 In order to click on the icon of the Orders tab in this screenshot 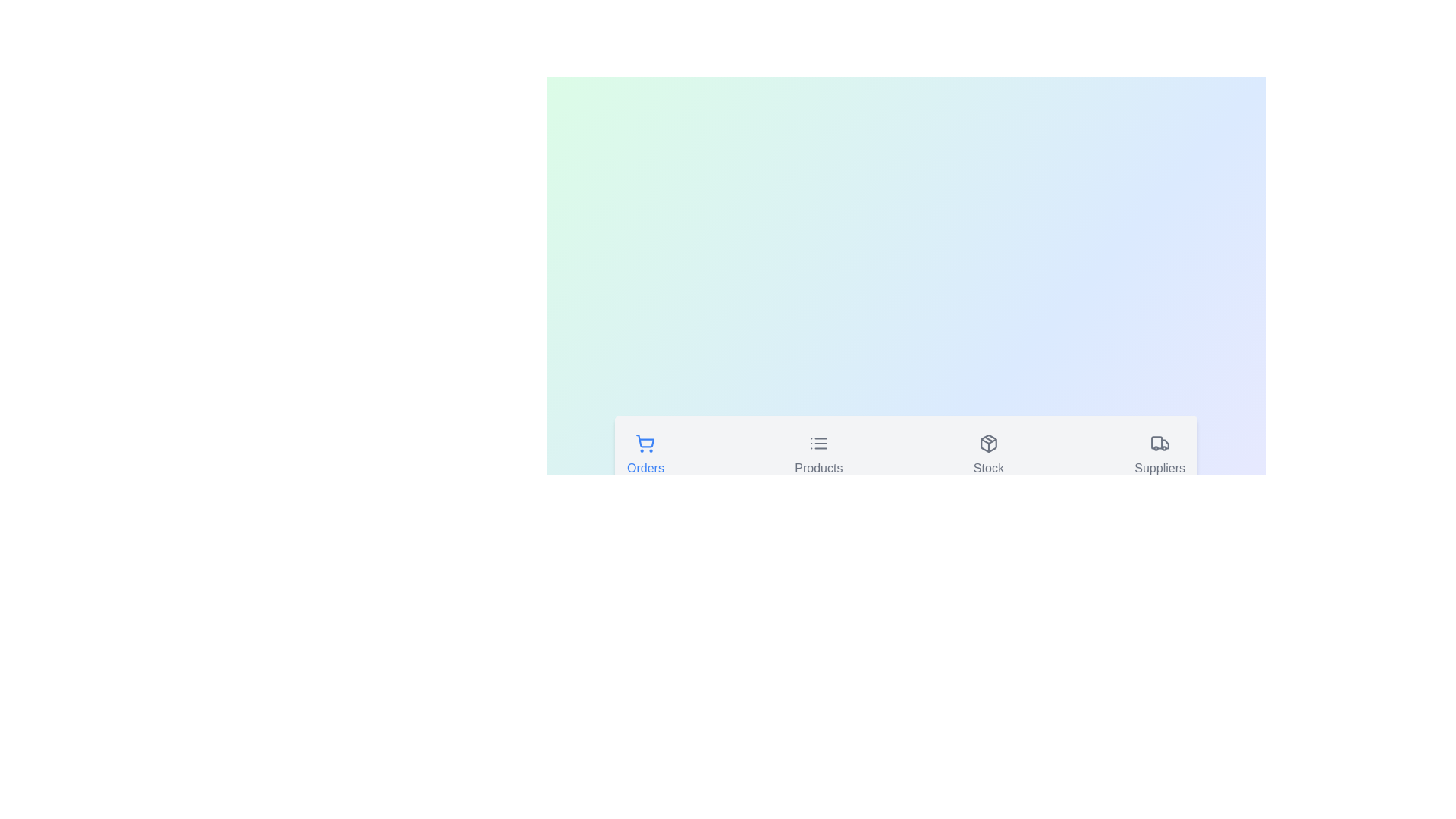, I will do `click(645, 456)`.